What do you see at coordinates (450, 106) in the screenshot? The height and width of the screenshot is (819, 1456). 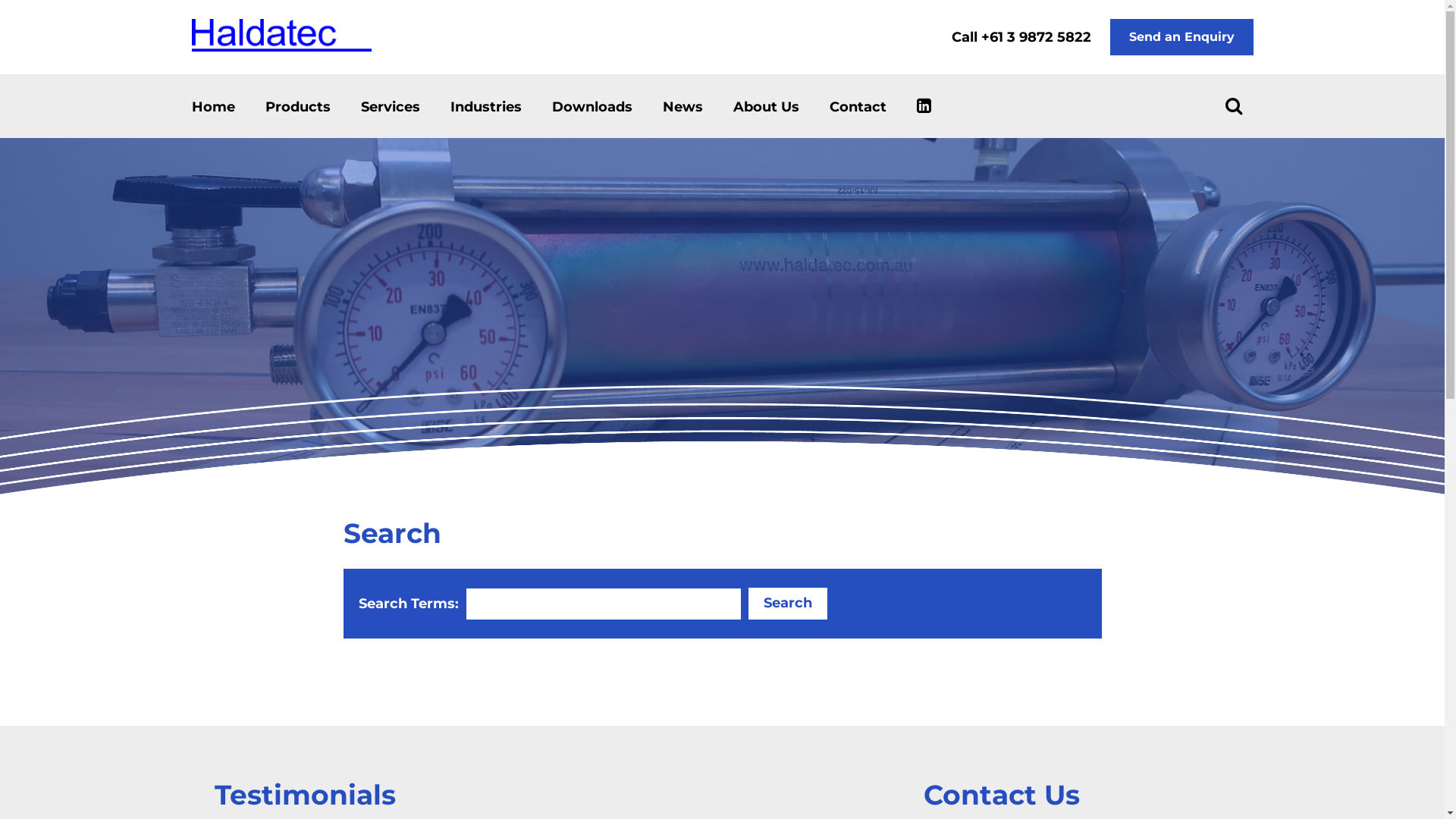 I see `'Industries'` at bounding box center [450, 106].